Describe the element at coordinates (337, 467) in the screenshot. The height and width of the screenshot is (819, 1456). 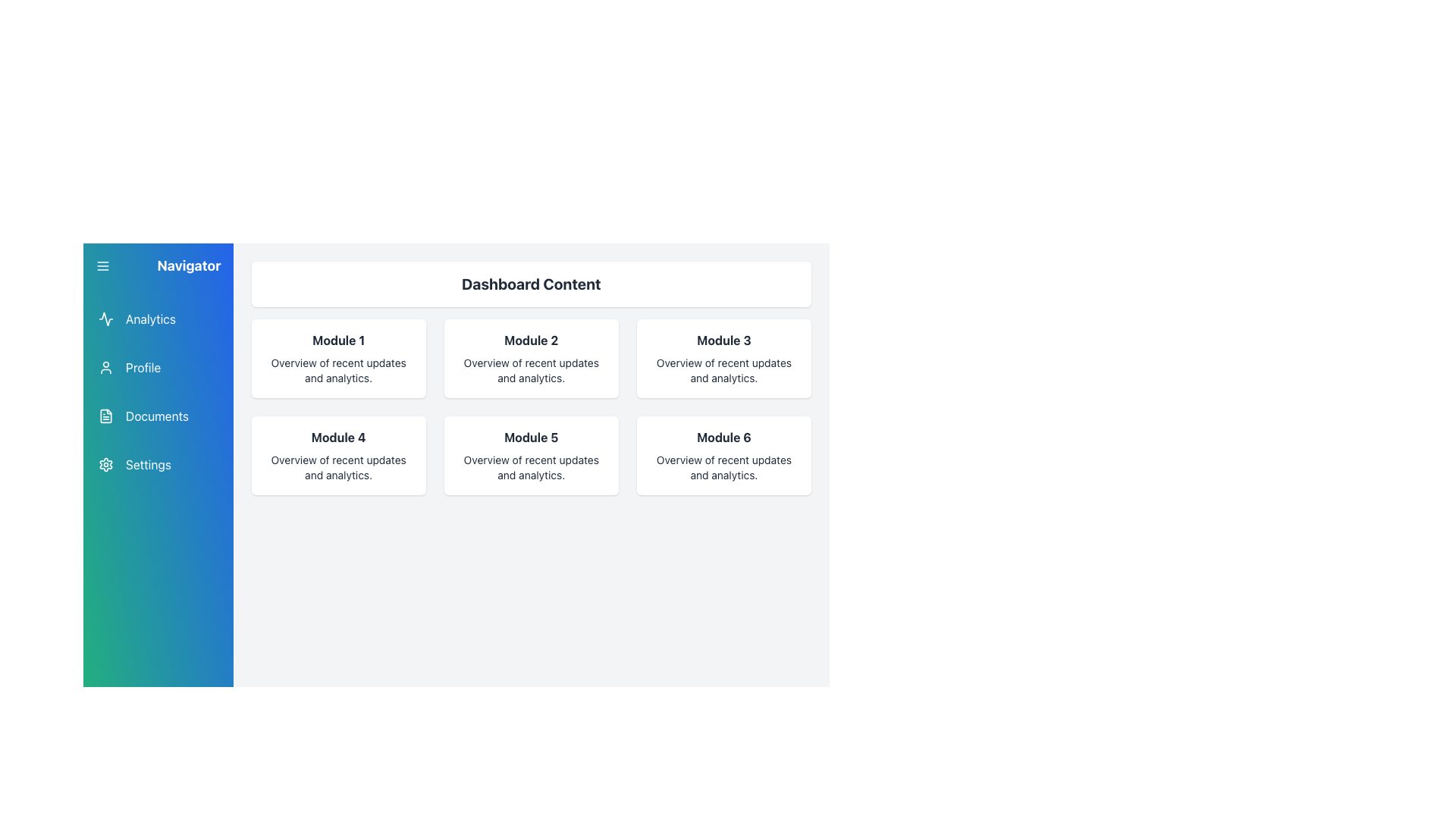
I see `the text display element that shows 'Overview of recent updates and analytics.' located in 'Module 4' under 'Dashboard Content'` at that location.